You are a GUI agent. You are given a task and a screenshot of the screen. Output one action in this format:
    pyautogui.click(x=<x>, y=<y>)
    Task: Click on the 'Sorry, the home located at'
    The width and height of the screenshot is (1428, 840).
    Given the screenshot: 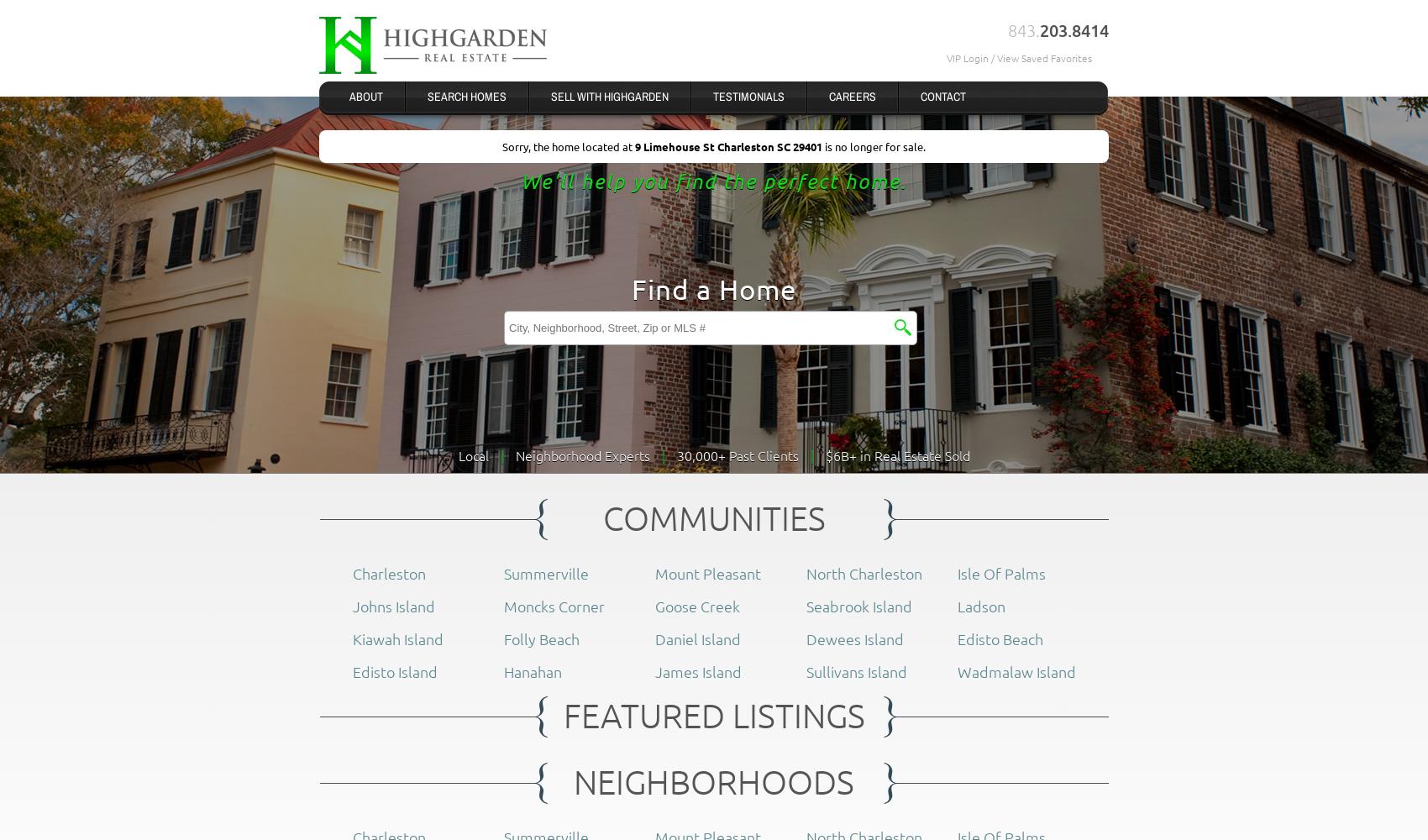 What is the action you would take?
    pyautogui.click(x=568, y=146)
    